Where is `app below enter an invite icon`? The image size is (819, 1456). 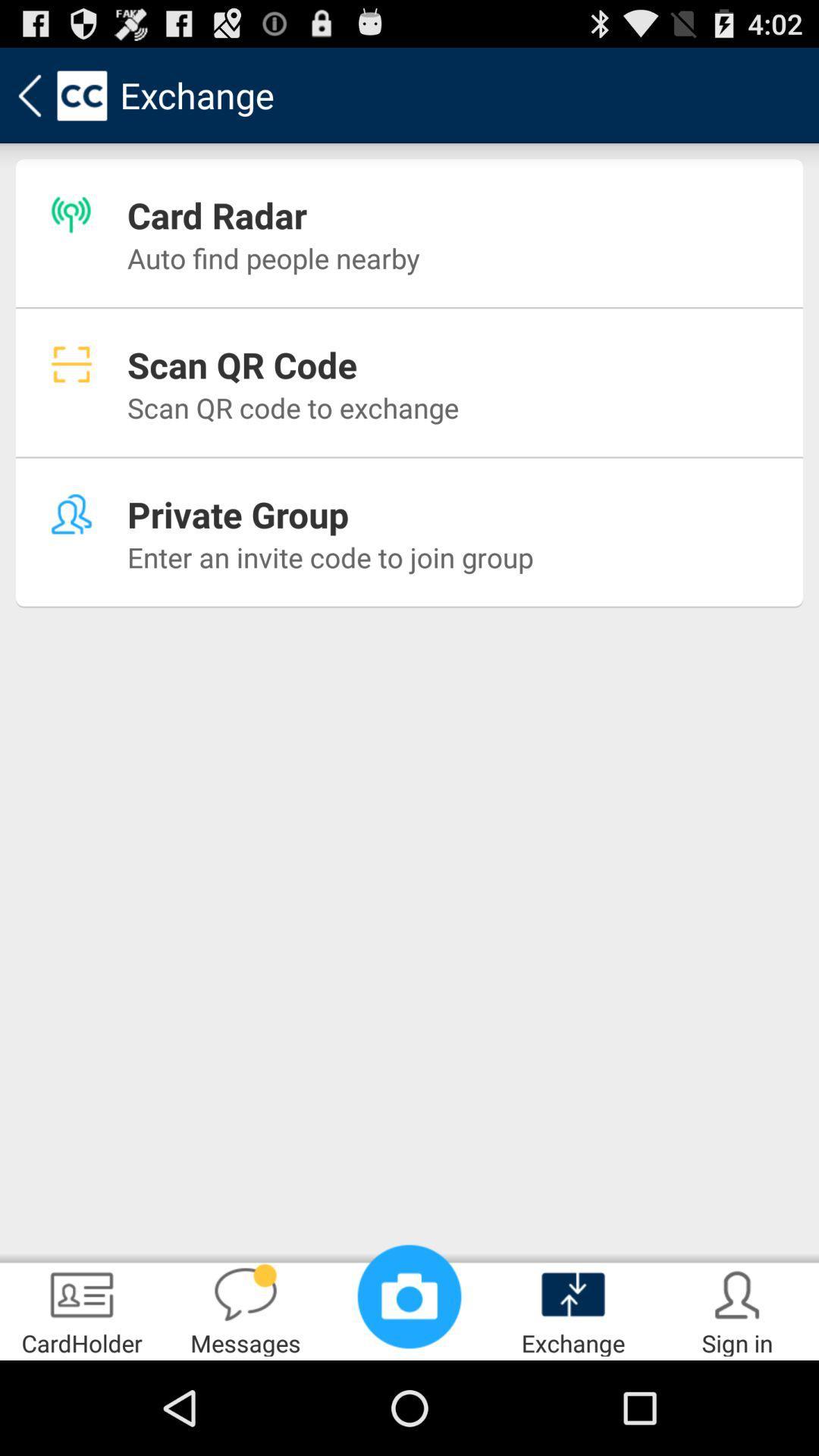 app below enter an invite icon is located at coordinates (82, 1309).